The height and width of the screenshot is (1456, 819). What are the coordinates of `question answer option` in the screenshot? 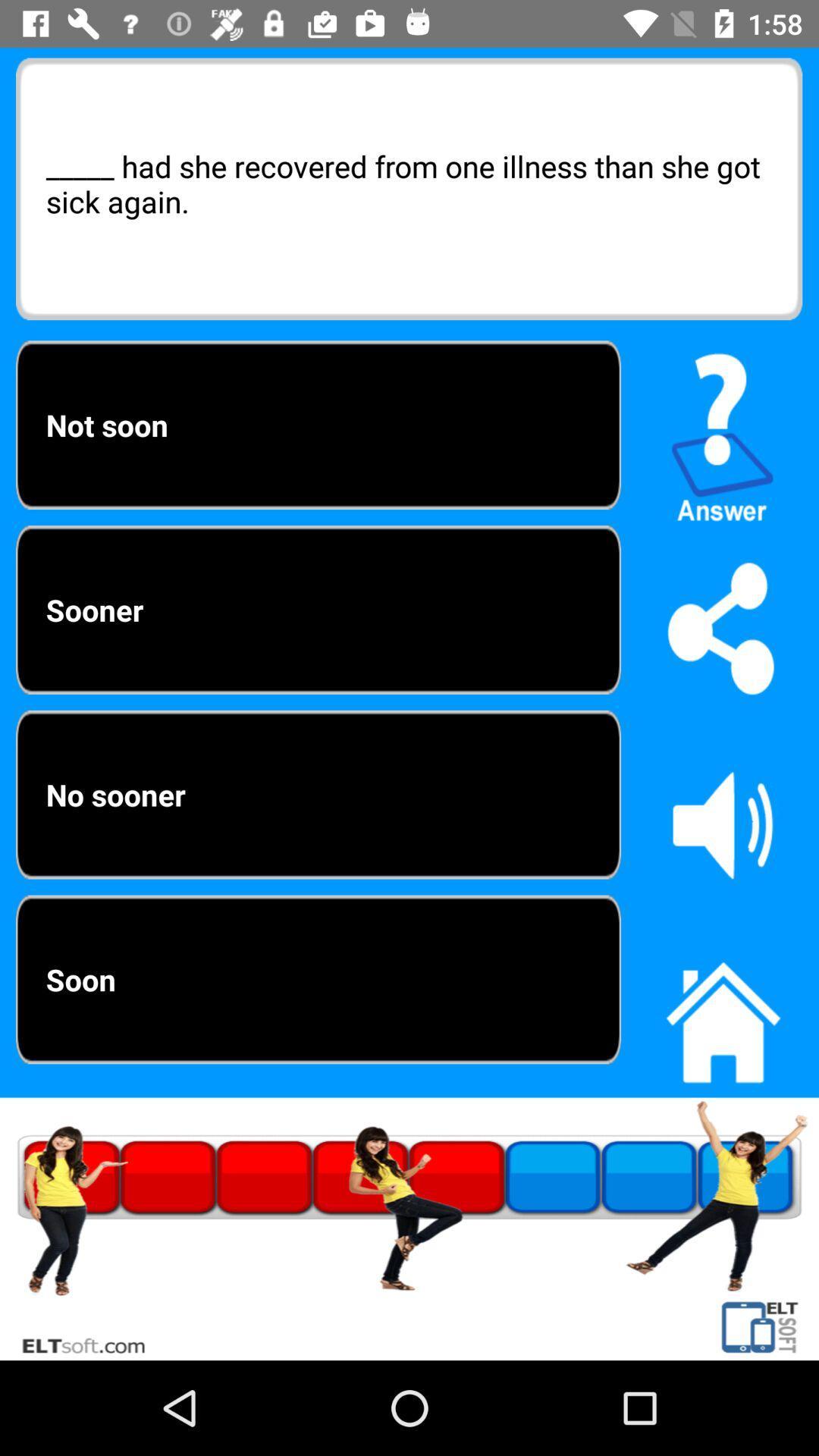 It's located at (722, 430).